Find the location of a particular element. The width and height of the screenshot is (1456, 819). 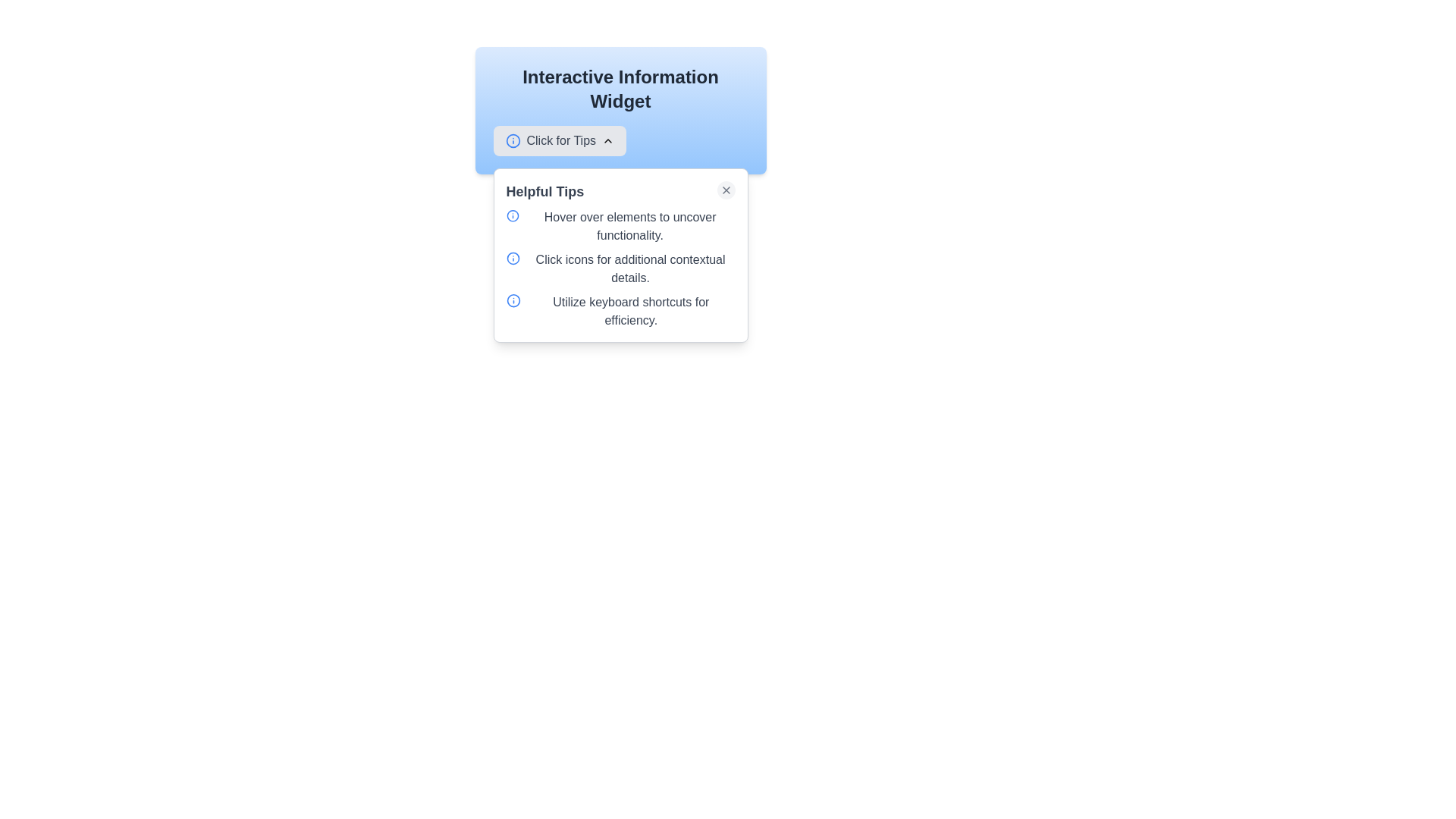

the close button located to the far right of the 'Helpful Tips' section is located at coordinates (725, 189).